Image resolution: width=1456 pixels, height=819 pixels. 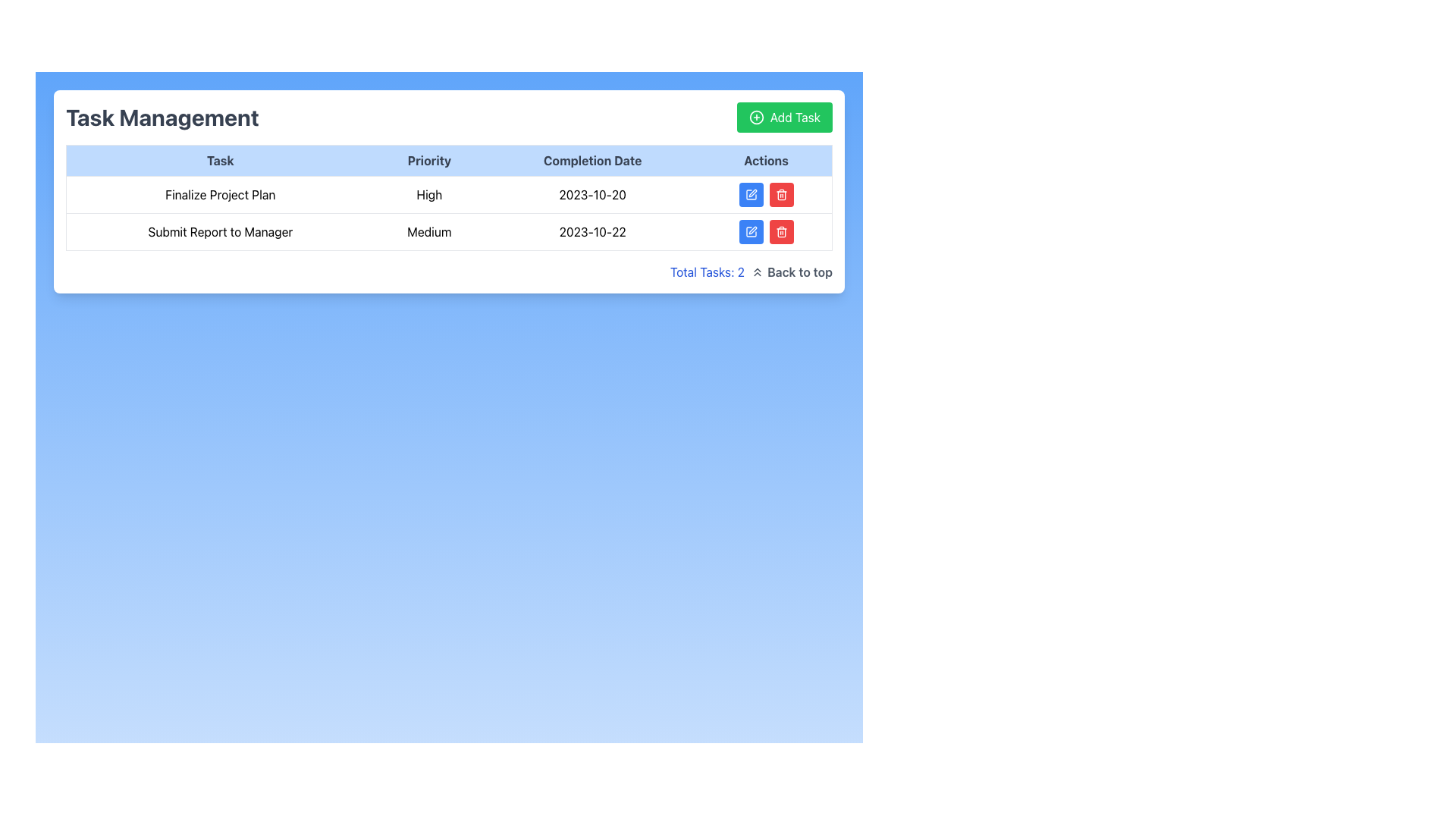 What do you see at coordinates (781, 231) in the screenshot?
I see `the small red rectangular button with a white trash bin icon` at bounding box center [781, 231].